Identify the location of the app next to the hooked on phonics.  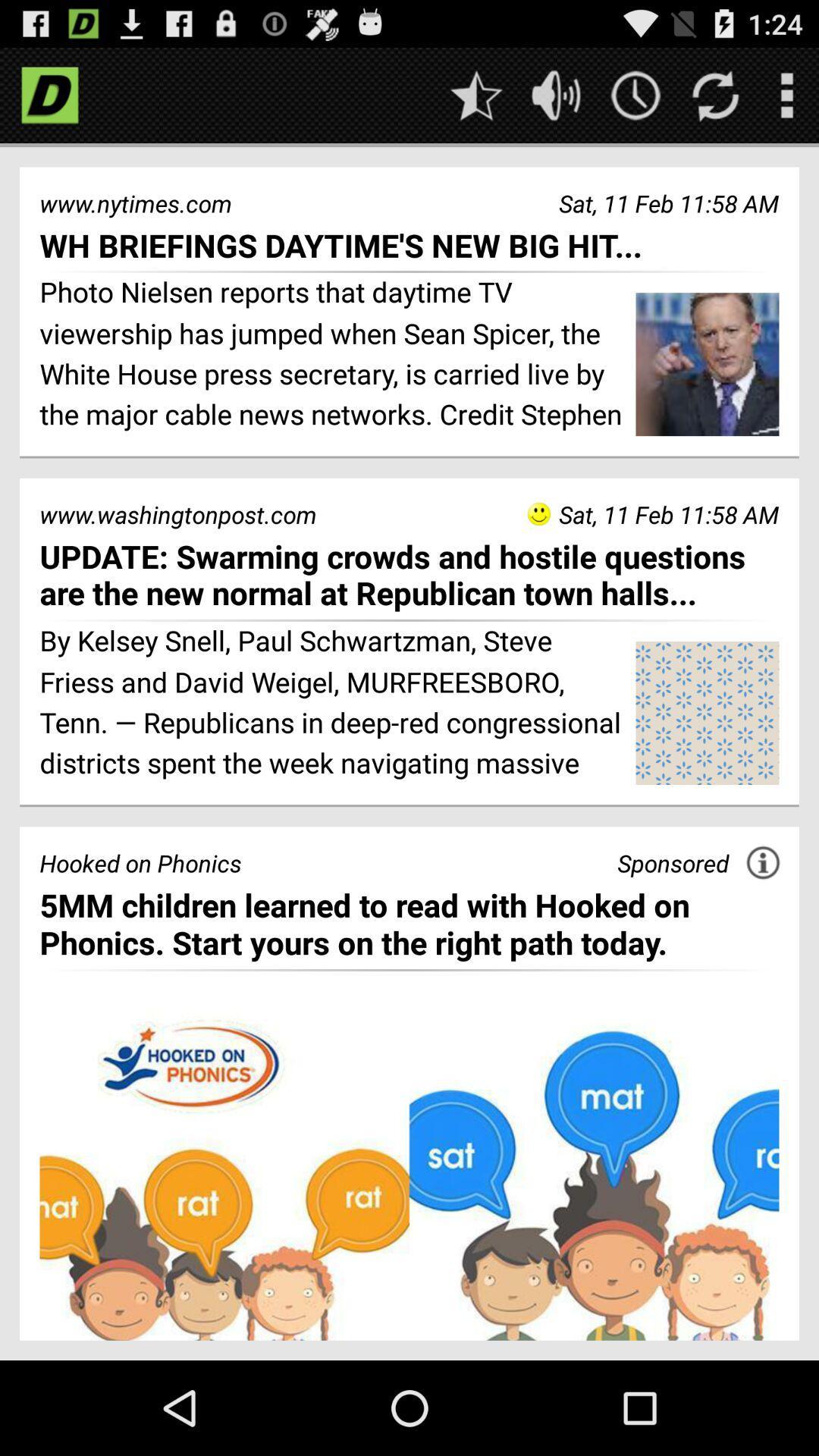
(672, 863).